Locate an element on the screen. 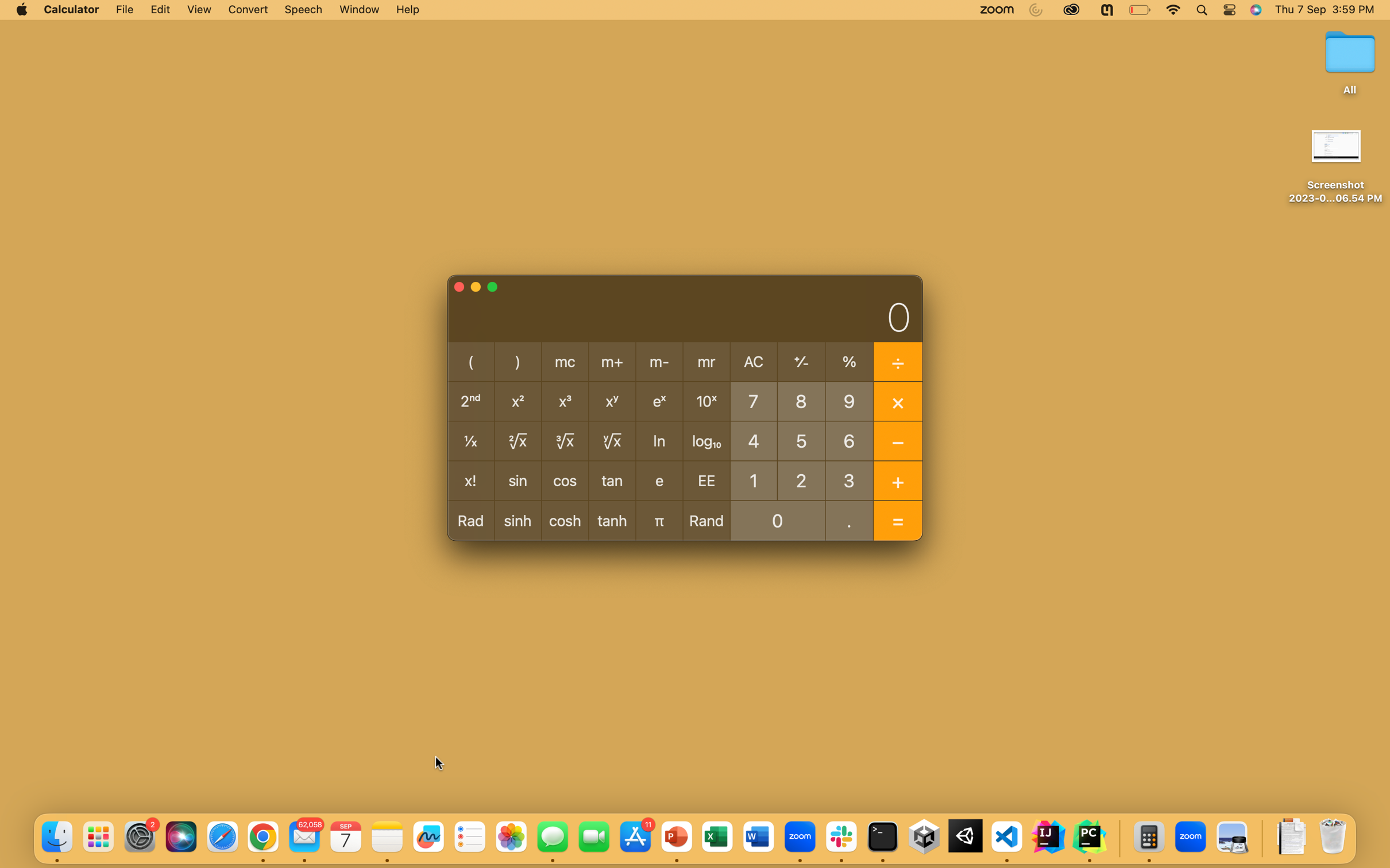  Compute the sine of an angle of 45 degrees is located at coordinates (752, 440).